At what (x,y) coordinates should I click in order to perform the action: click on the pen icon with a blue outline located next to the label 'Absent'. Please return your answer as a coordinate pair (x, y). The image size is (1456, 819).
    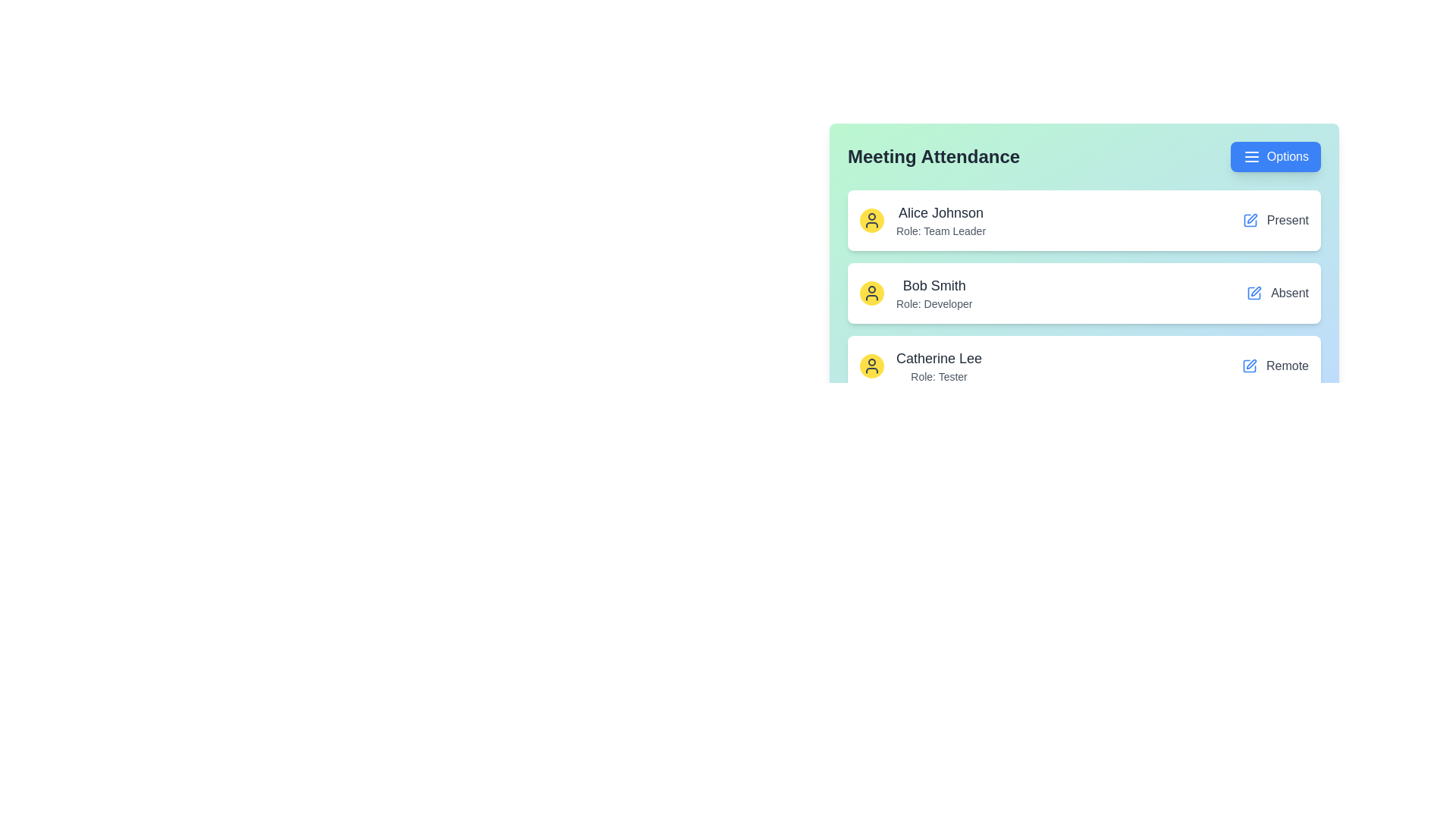
    Looking at the image, I should click on (1256, 291).